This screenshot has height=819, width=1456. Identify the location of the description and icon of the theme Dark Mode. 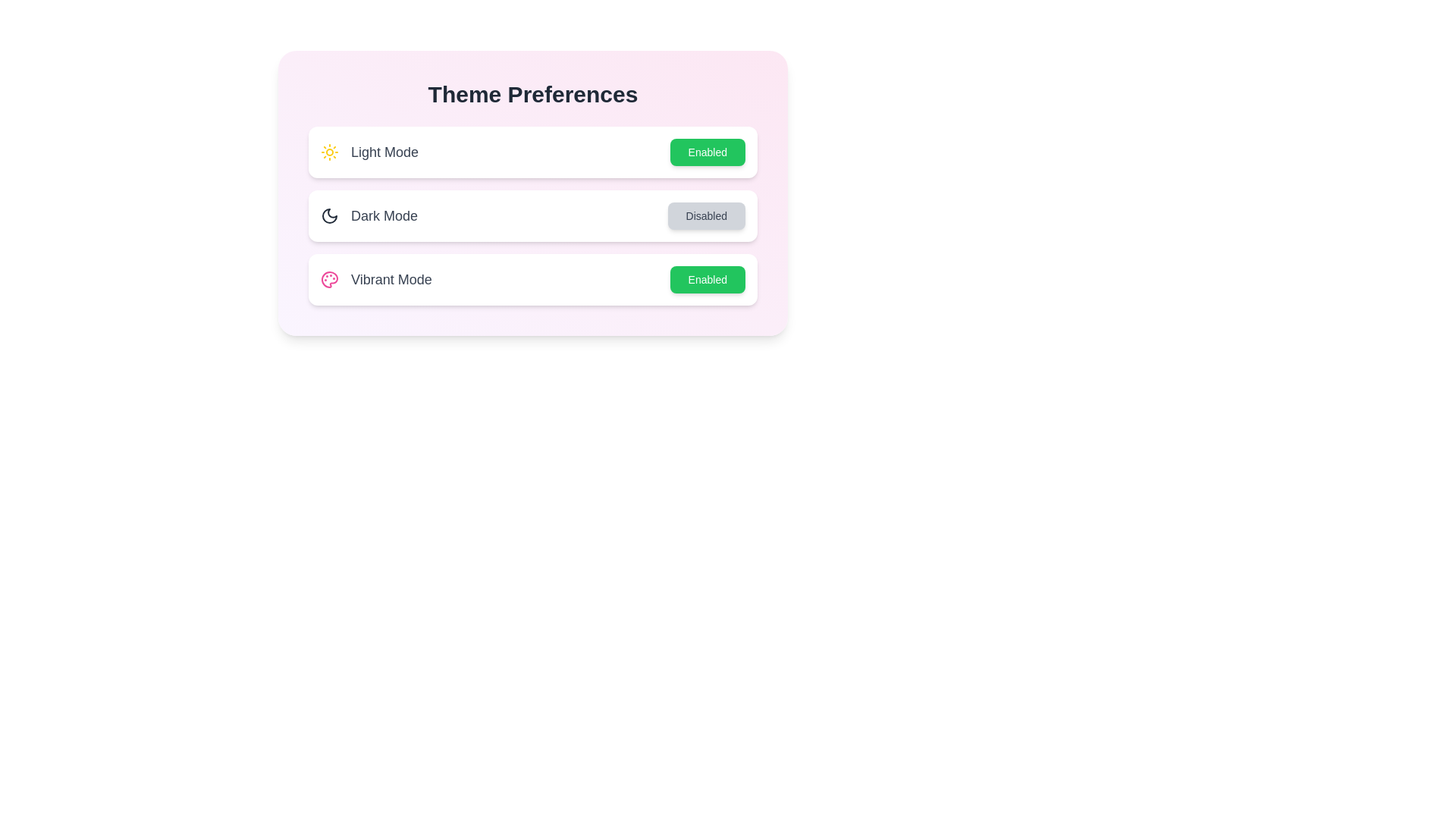
(329, 216).